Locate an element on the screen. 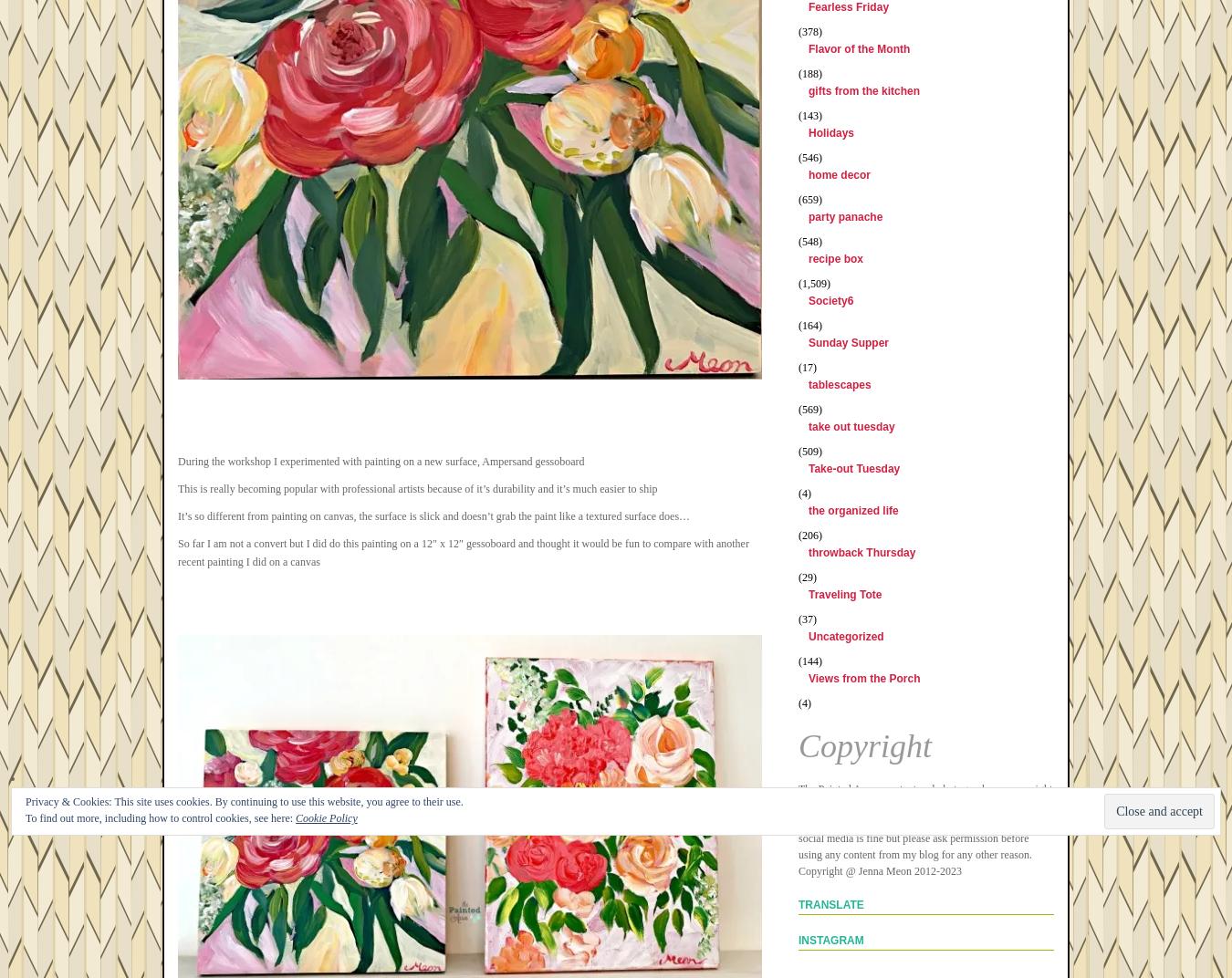 The height and width of the screenshot is (978, 1232). 'Flavor of the Month' is located at coordinates (858, 48).